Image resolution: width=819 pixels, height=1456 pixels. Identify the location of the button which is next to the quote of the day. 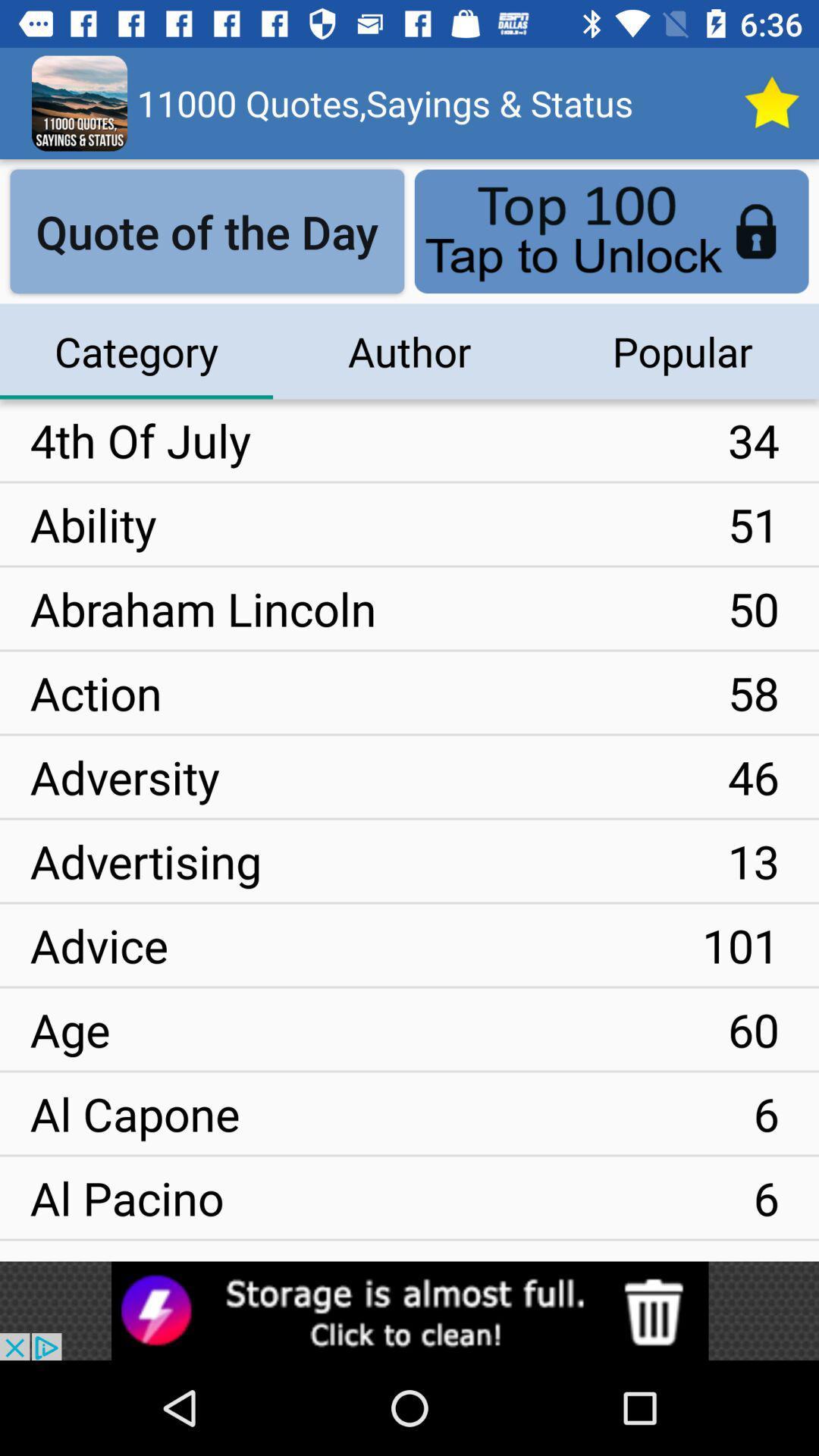
(610, 231).